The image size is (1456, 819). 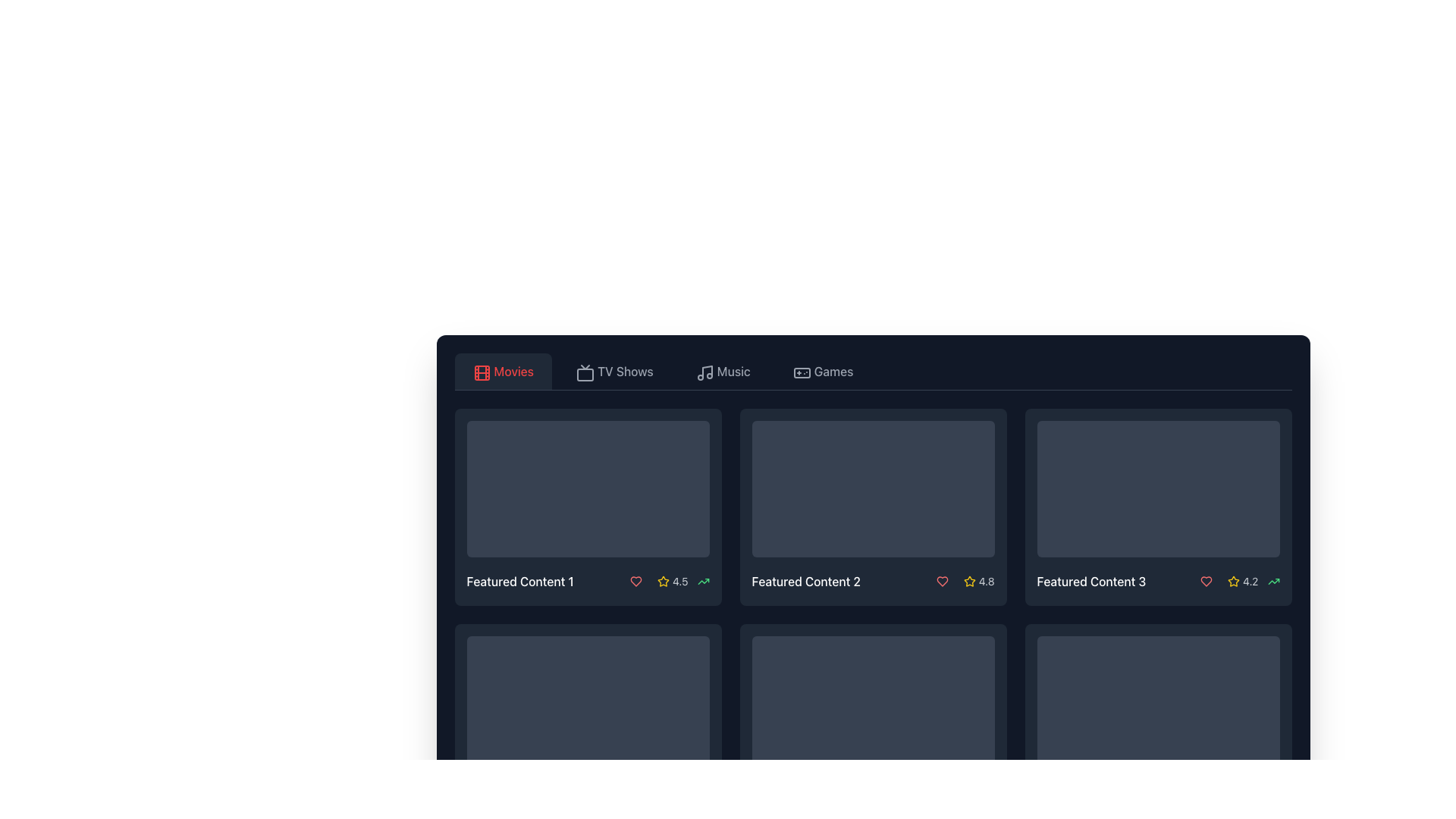 I want to click on the star icon associated with the numeric rating under the second content card in the featured section, so click(x=962, y=581).